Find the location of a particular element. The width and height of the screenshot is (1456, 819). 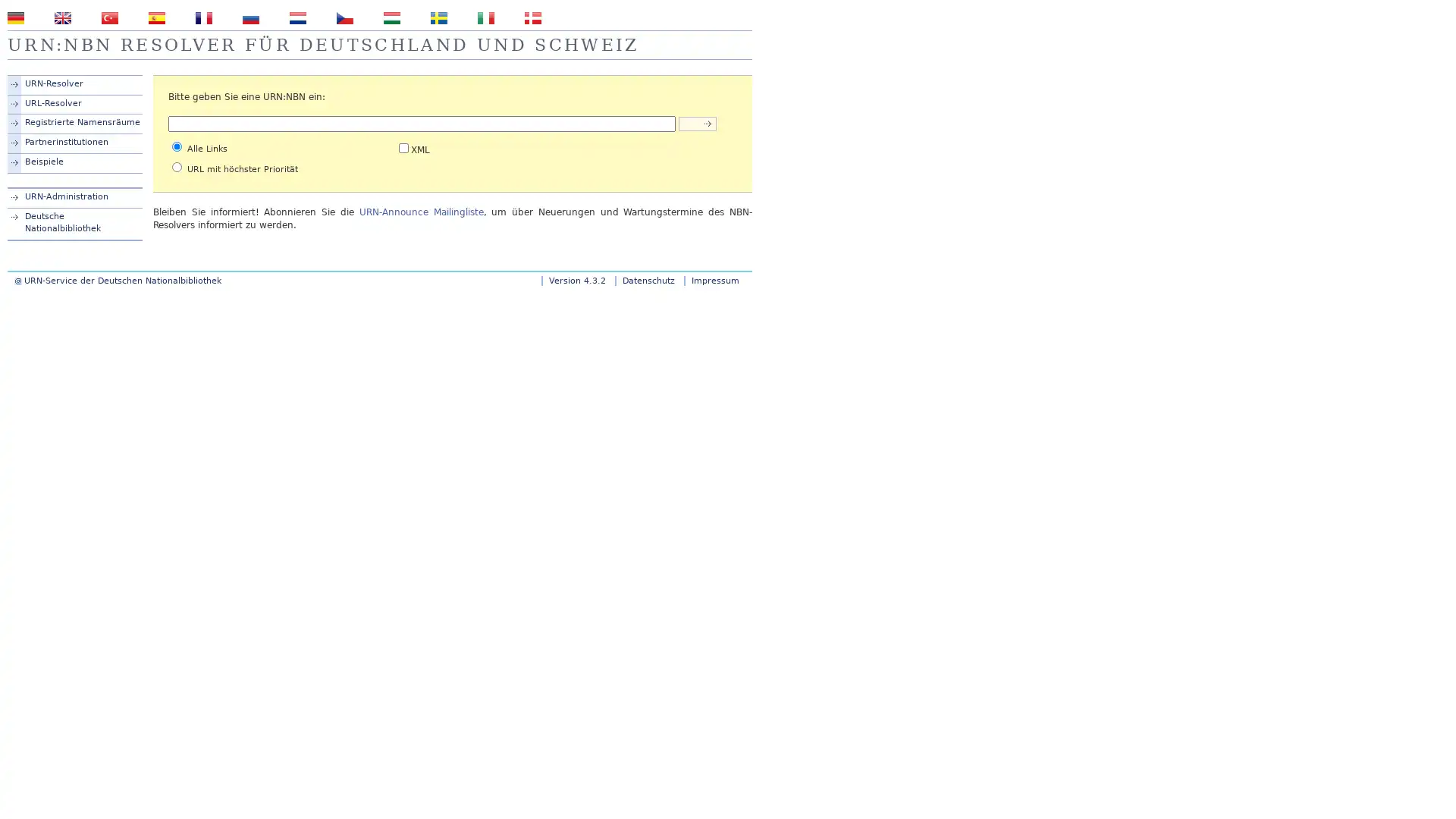

it is located at coordinates (486, 17).